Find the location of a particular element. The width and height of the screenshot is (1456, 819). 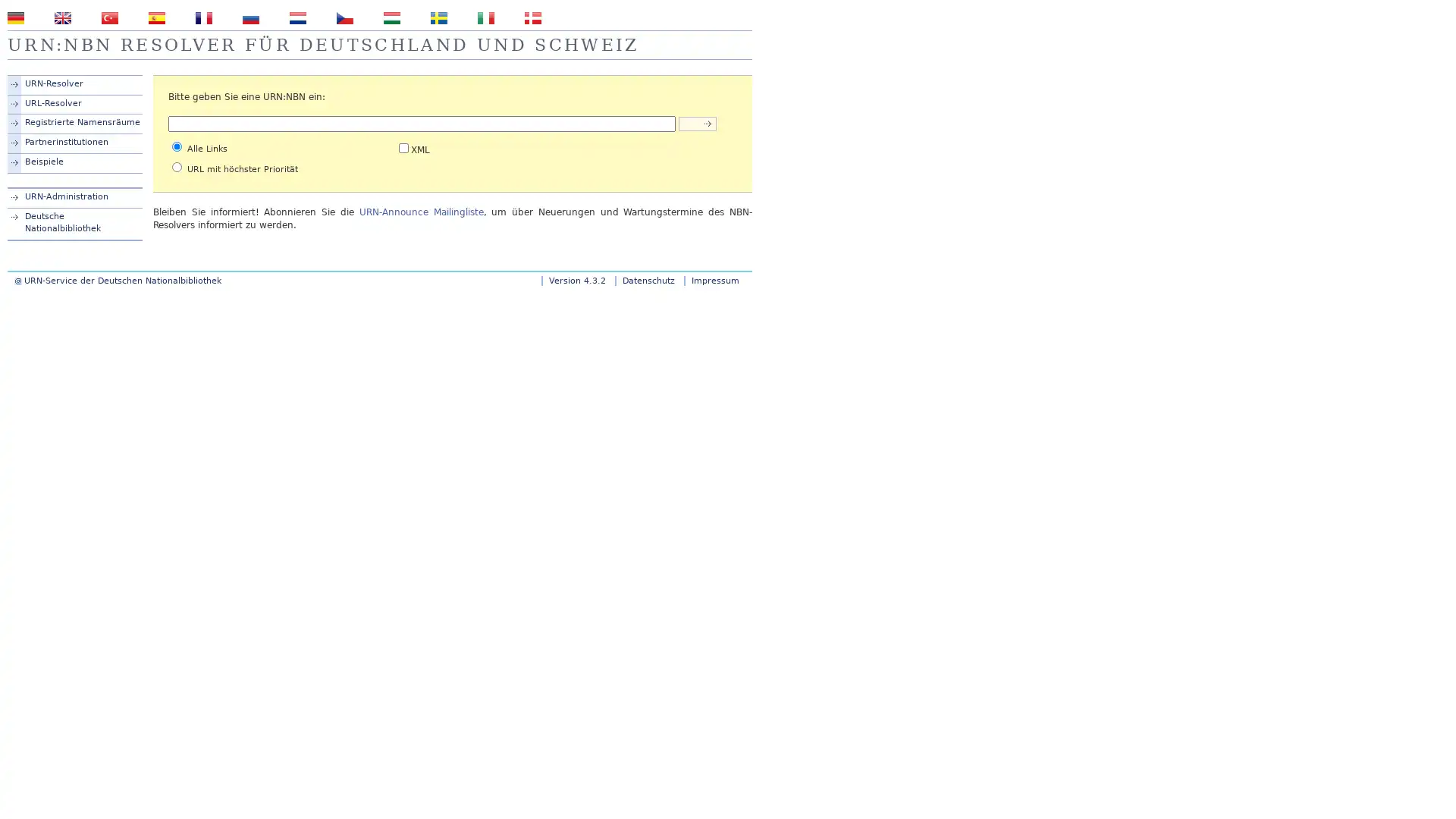

it is located at coordinates (486, 17).